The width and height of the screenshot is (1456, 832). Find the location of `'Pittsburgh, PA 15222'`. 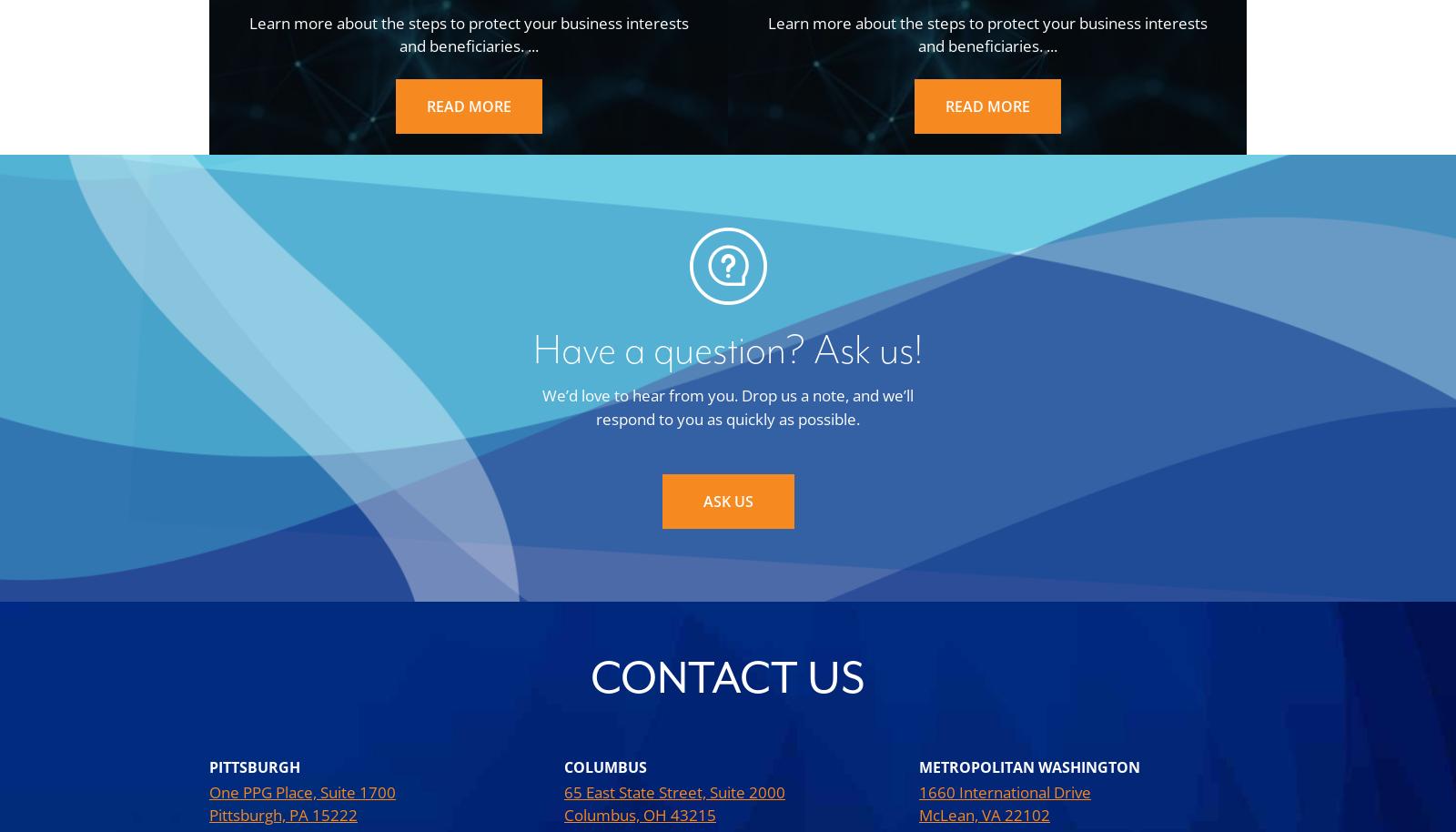

'Pittsburgh, PA 15222' is located at coordinates (208, 814).